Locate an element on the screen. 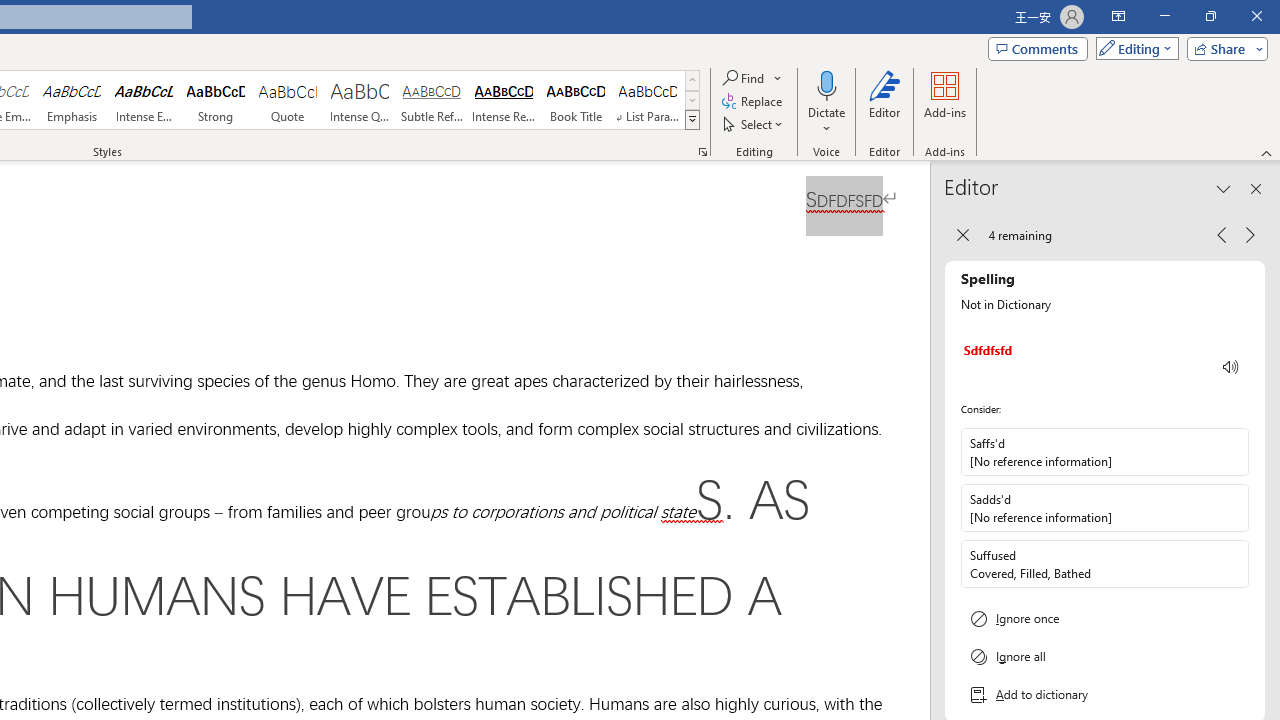  'Row up' is located at coordinates (692, 79).